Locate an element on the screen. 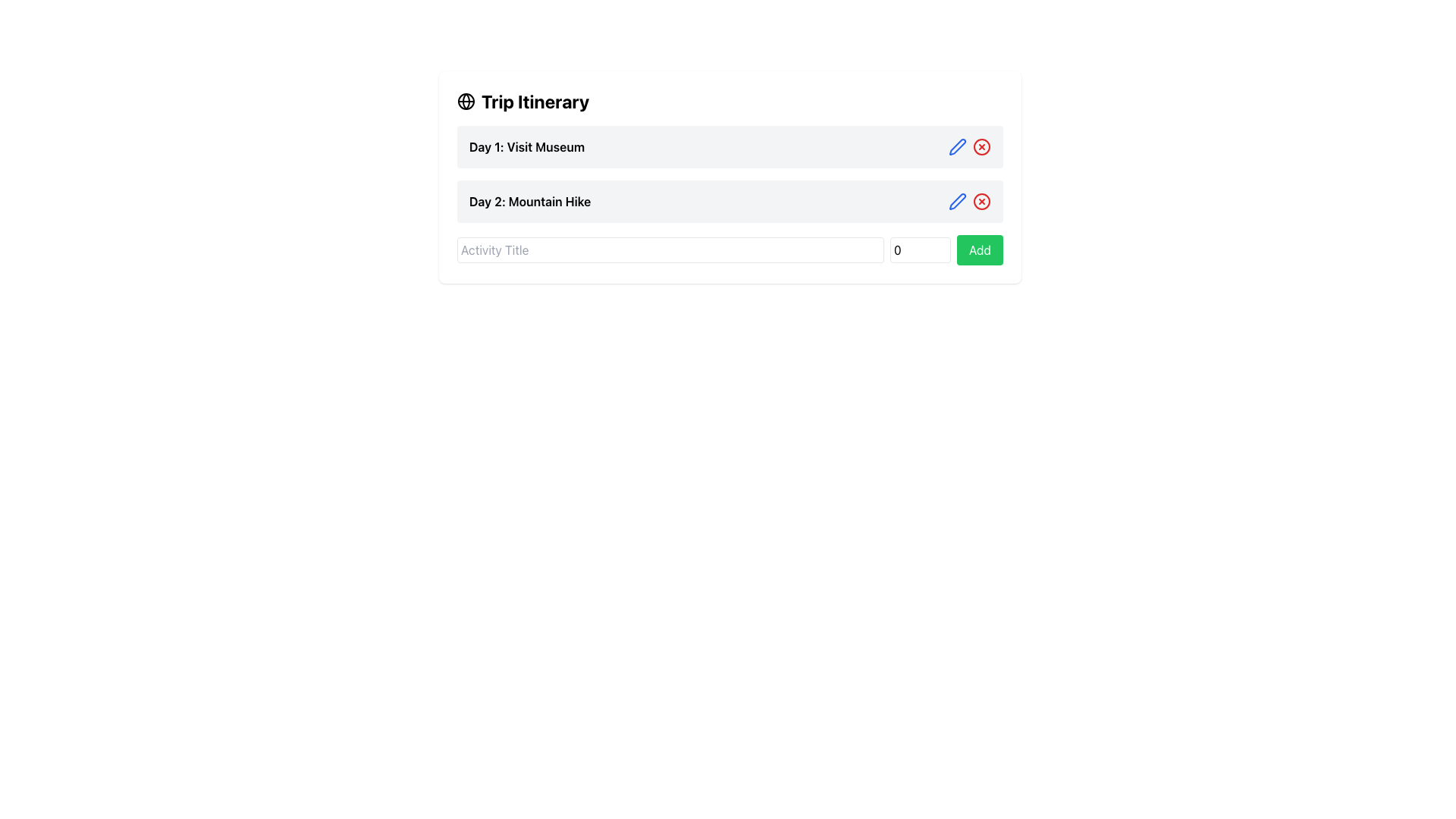  the edit icon button located to the right of the 'Day 2: Mountain Hike' label in the second row of the itinerary section to initiate editing is located at coordinates (956, 146).